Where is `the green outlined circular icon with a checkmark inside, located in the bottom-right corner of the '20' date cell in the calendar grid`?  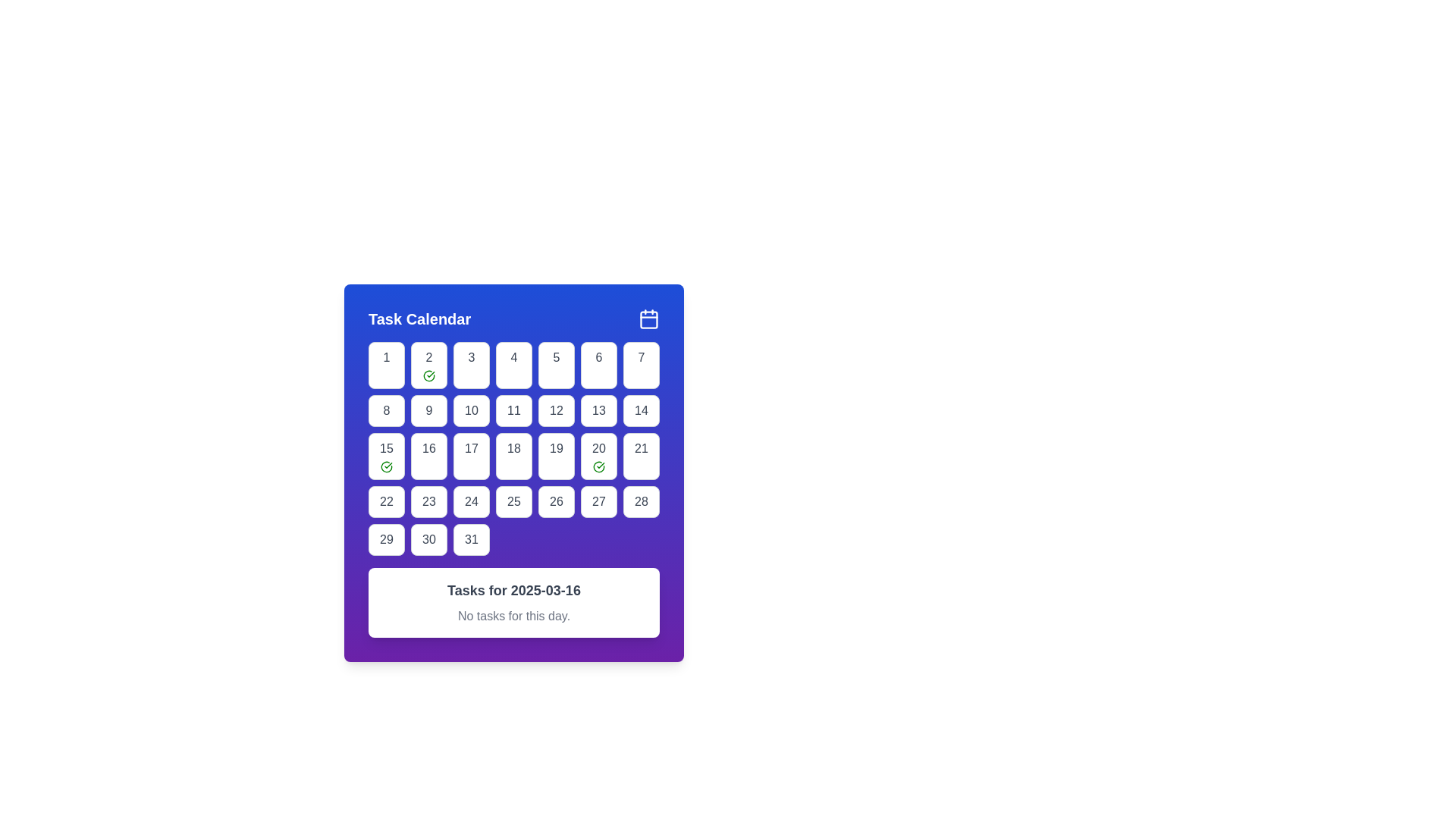 the green outlined circular icon with a checkmark inside, located in the bottom-right corner of the '20' date cell in the calendar grid is located at coordinates (598, 466).